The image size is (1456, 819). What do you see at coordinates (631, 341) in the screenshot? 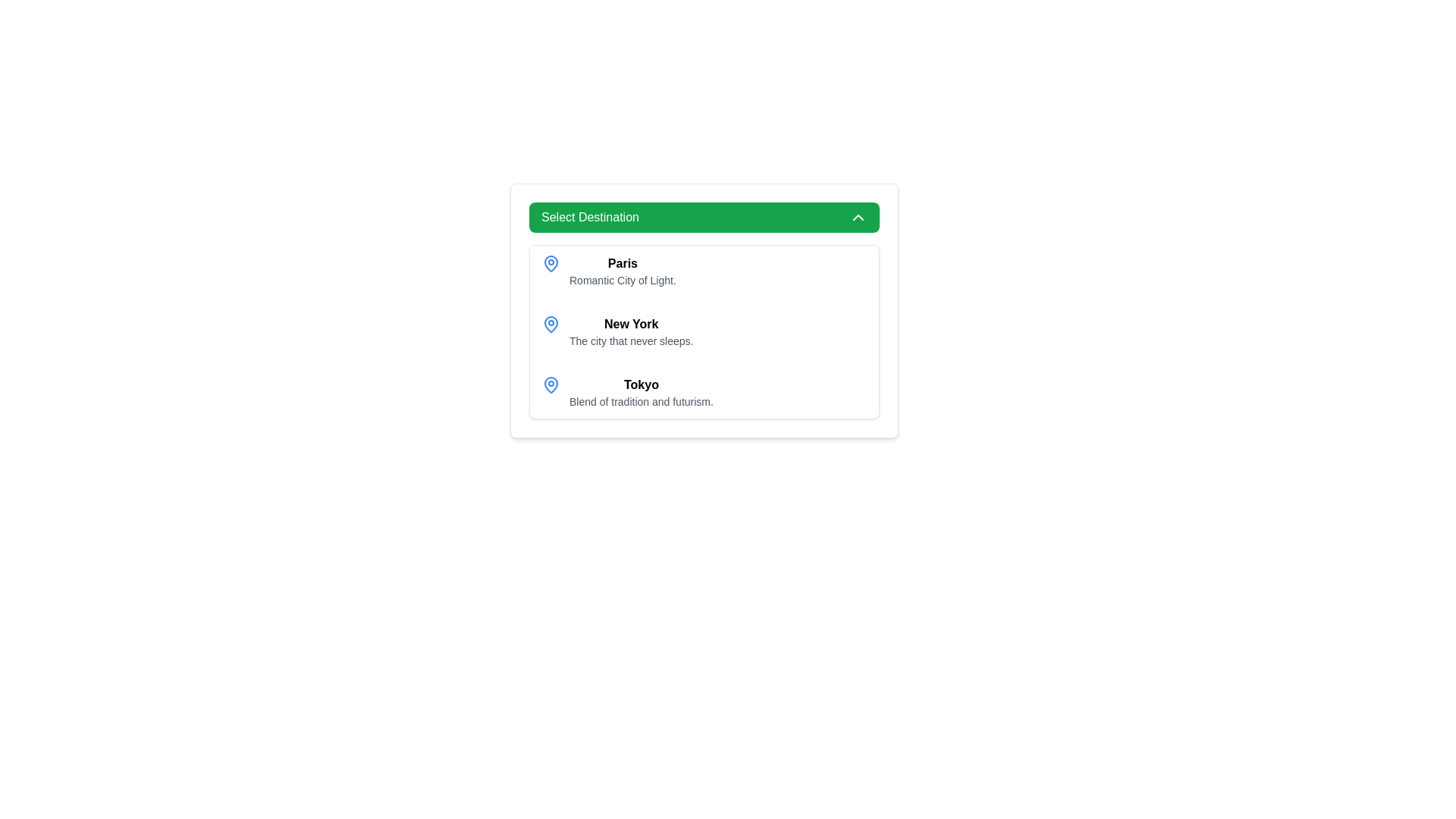
I see `the text element displaying 'The city that never sleeps.' located below 'New York' in the 'Select Destination' dropdown list` at bounding box center [631, 341].